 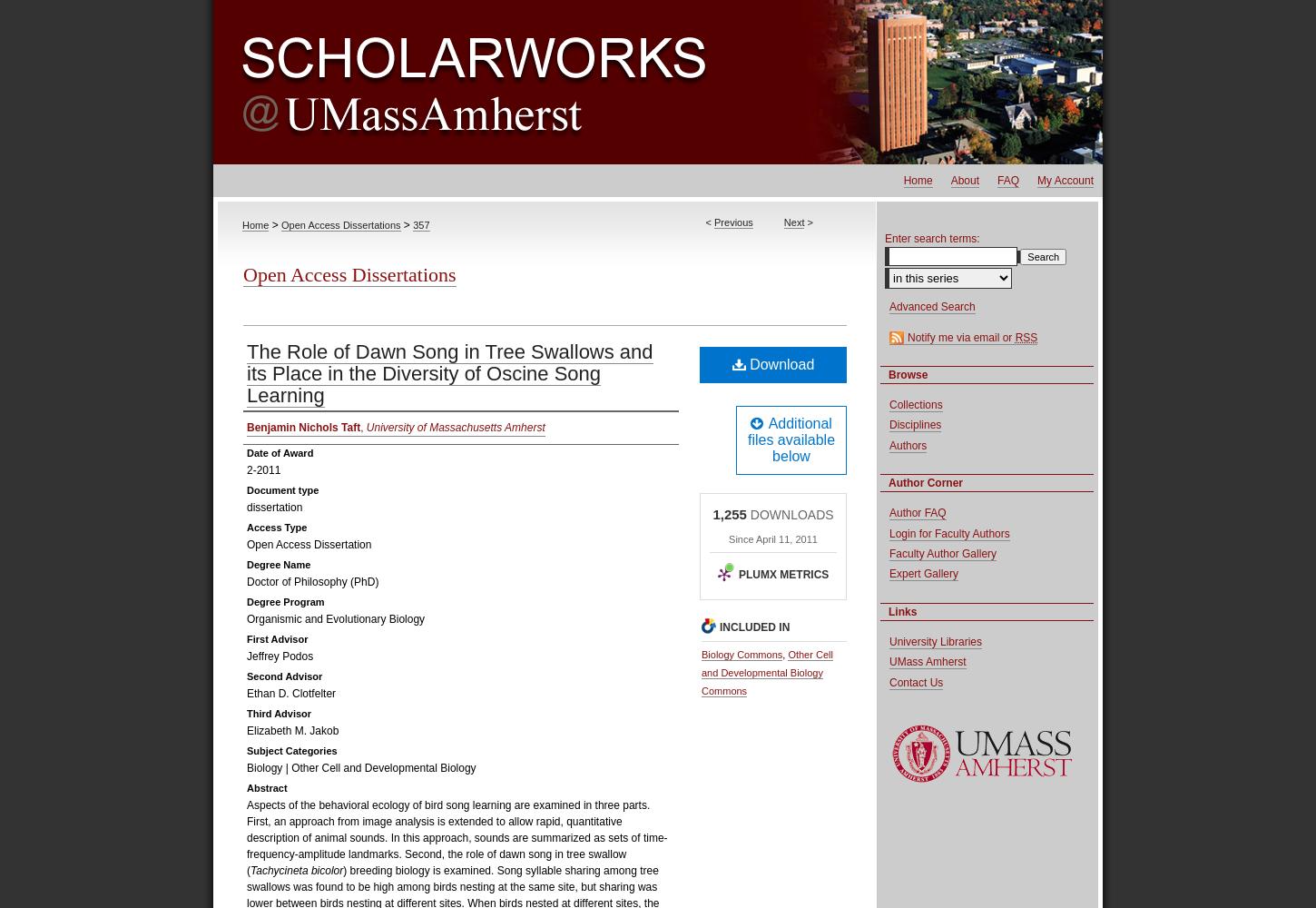 What do you see at coordinates (792, 222) in the screenshot?
I see `'Next'` at bounding box center [792, 222].